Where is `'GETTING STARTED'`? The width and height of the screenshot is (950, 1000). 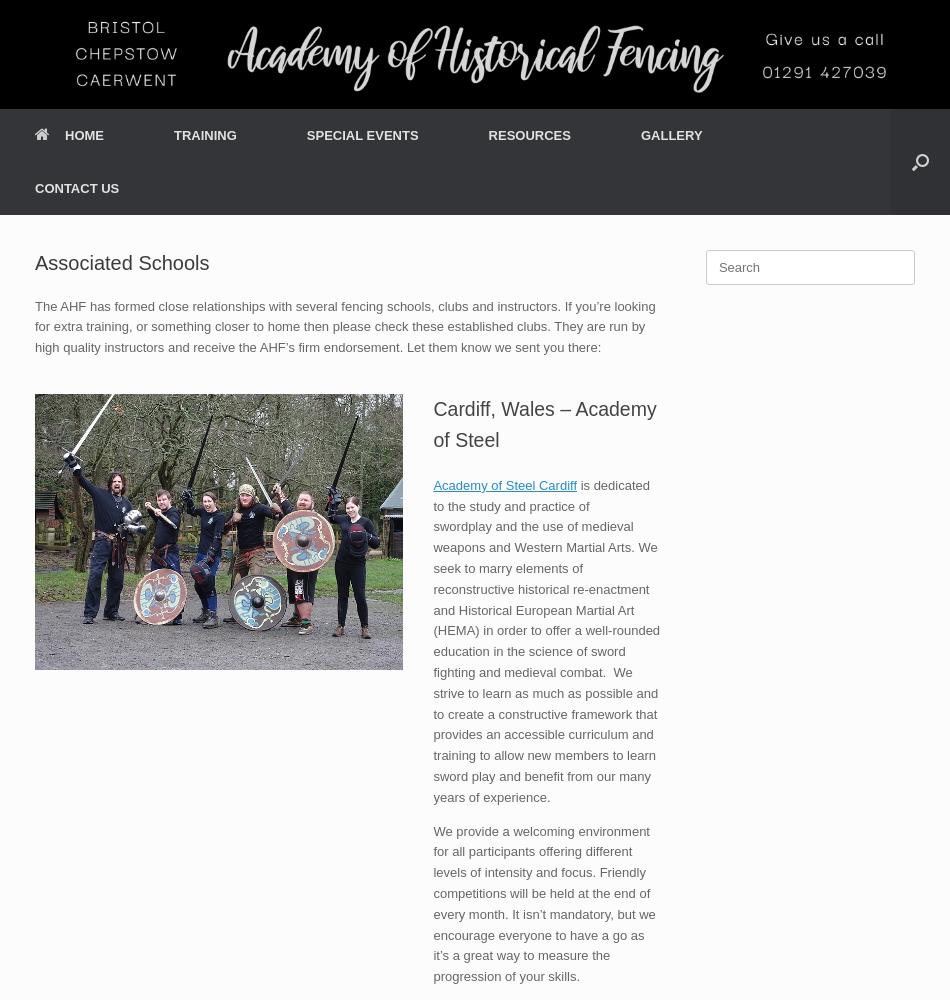
'GETTING STARTED' is located at coordinates (219, 182).